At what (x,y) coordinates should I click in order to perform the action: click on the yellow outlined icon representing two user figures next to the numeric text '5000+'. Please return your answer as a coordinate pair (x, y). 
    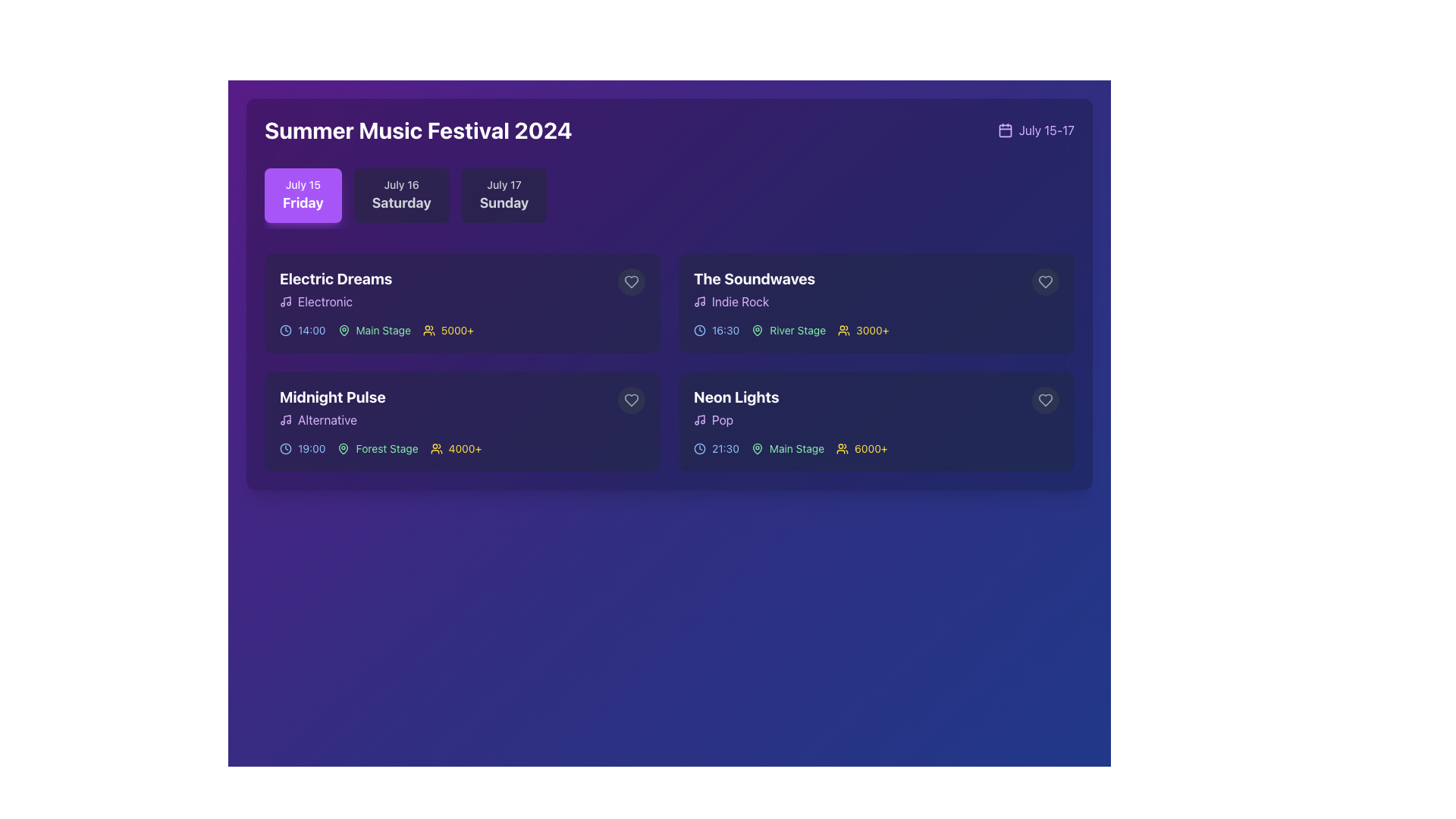
    Looking at the image, I should click on (428, 329).